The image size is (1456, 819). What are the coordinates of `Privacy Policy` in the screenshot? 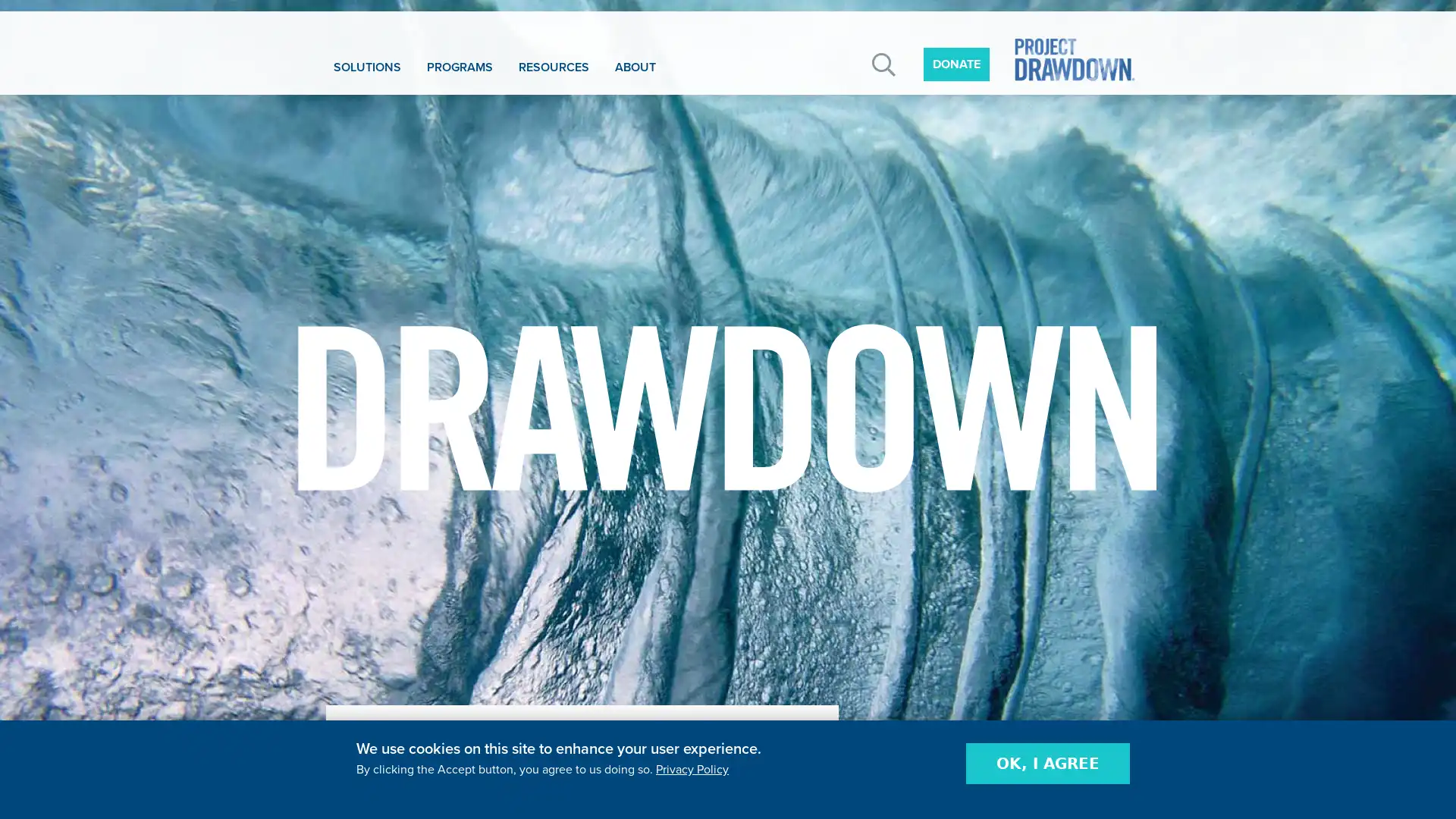 It's located at (691, 769).